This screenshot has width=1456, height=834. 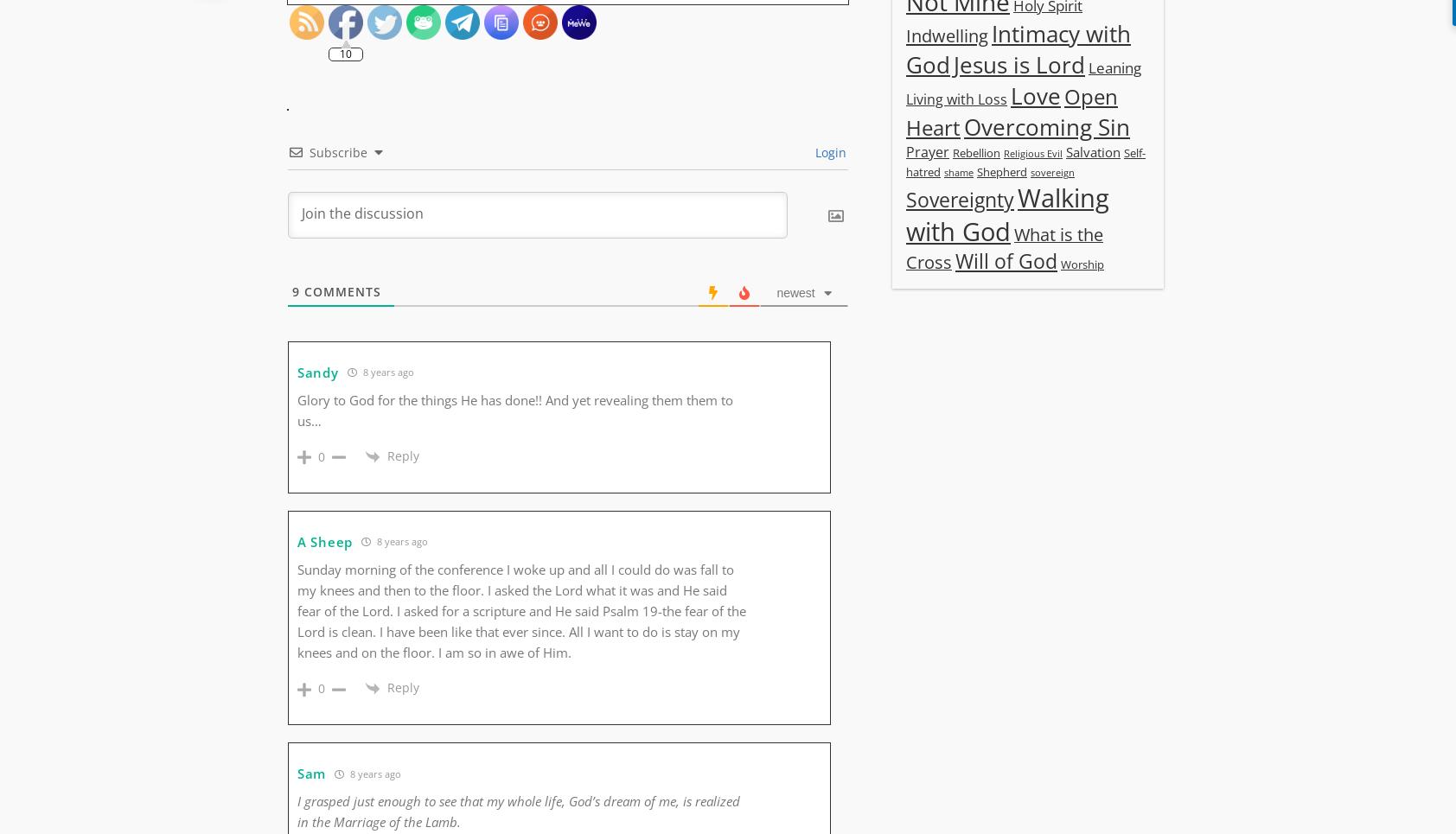 What do you see at coordinates (518, 812) in the screenshot?
I see `'I grasped just enough to see that my whole life, God’s dream of me, is realized in the Marriage of the Lamb.'` at bounding box center [518, 812].